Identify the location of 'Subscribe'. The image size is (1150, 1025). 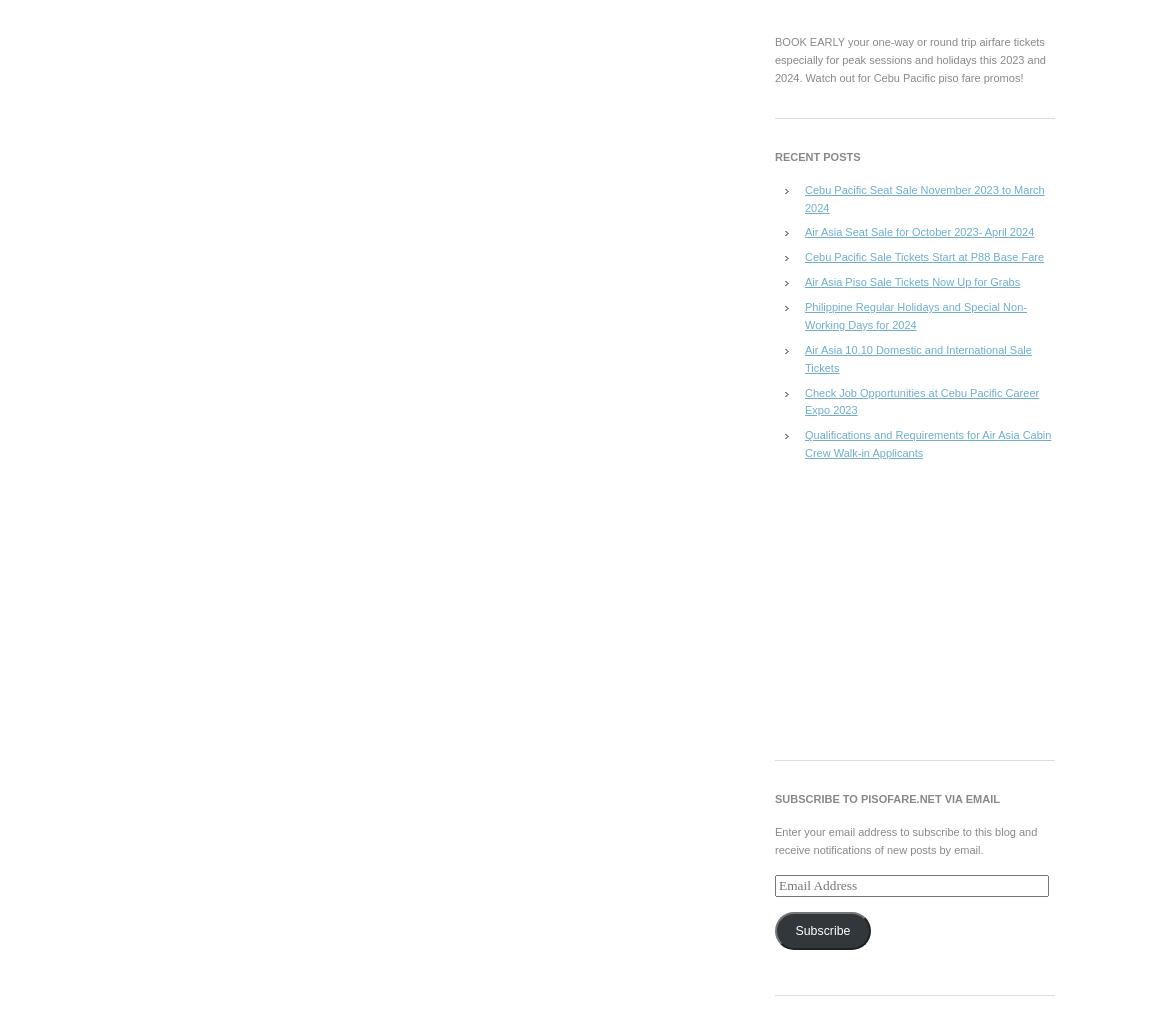
(821, 928).